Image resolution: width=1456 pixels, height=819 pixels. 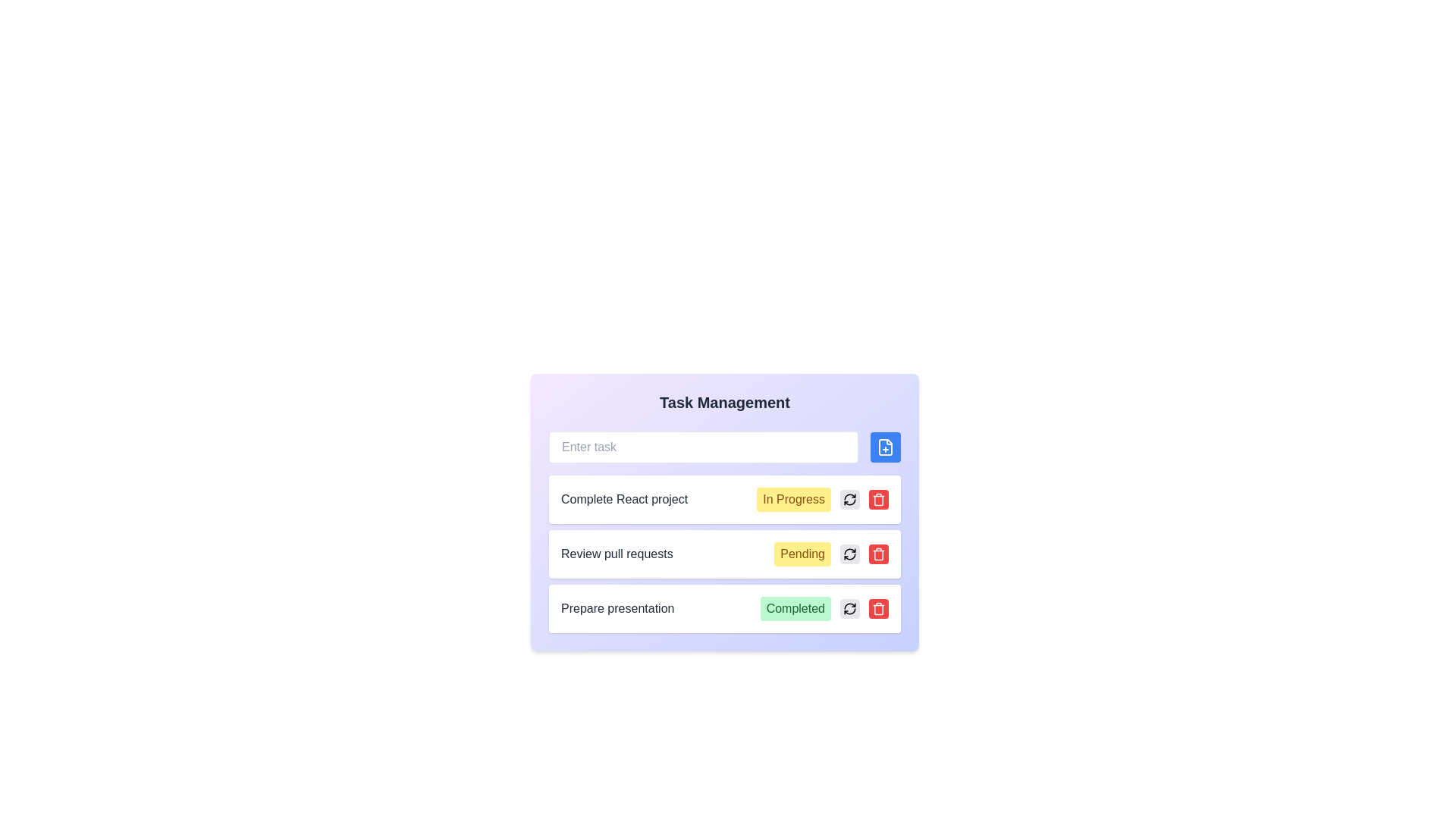 I want to click on the refresh SVG icon located in the task row titled 'Review pull requests', so click(x=850, y=500).